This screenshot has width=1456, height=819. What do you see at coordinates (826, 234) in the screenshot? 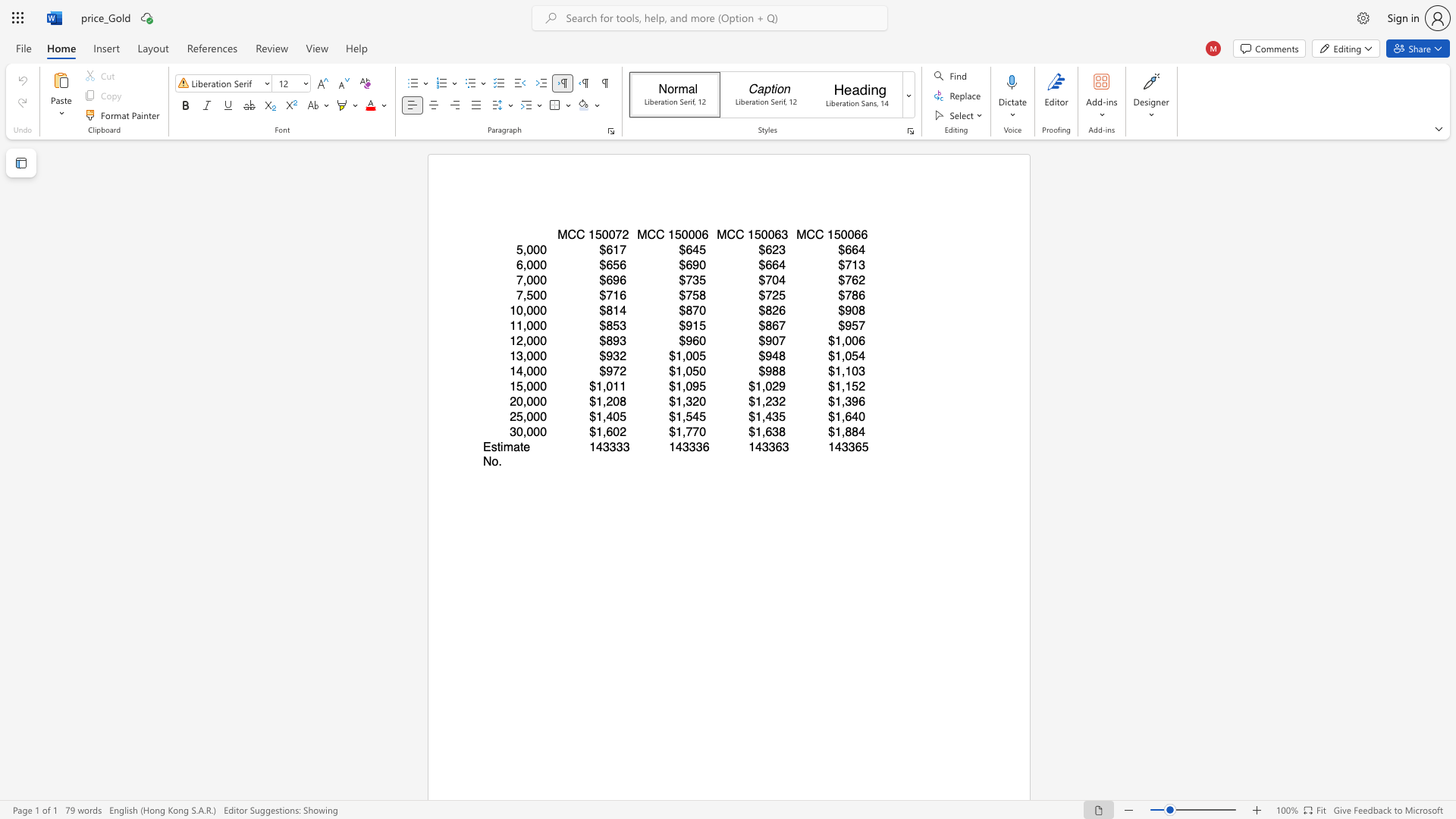
I see `the subset text "150066" within the text "MCC 150066"` at bounding box center [826, 234].